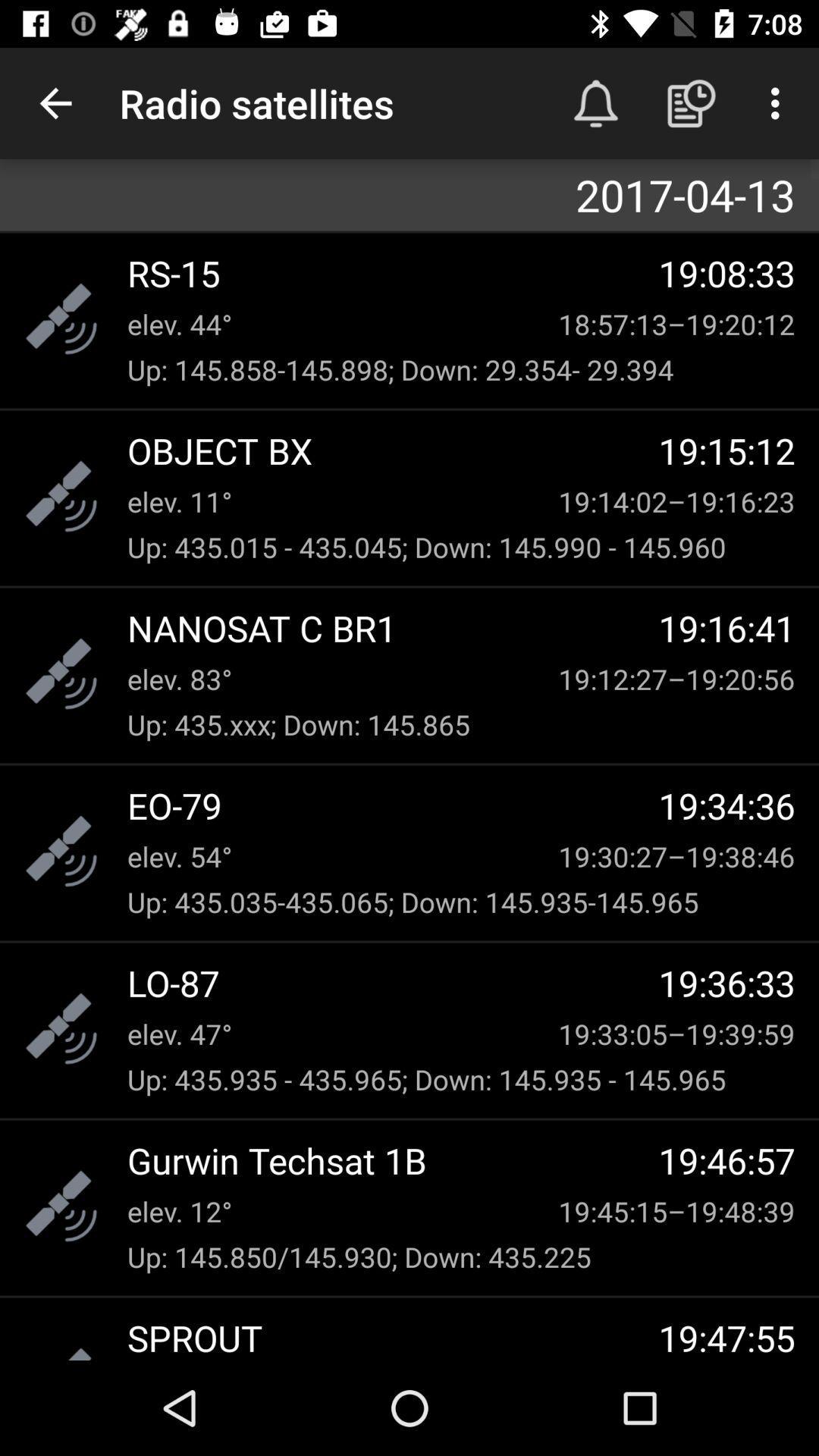  What do you see at coordinates (55, 102) in the screenshot?
I see `the icon to the left of the radio satellites` at bounding box center [55, 102].